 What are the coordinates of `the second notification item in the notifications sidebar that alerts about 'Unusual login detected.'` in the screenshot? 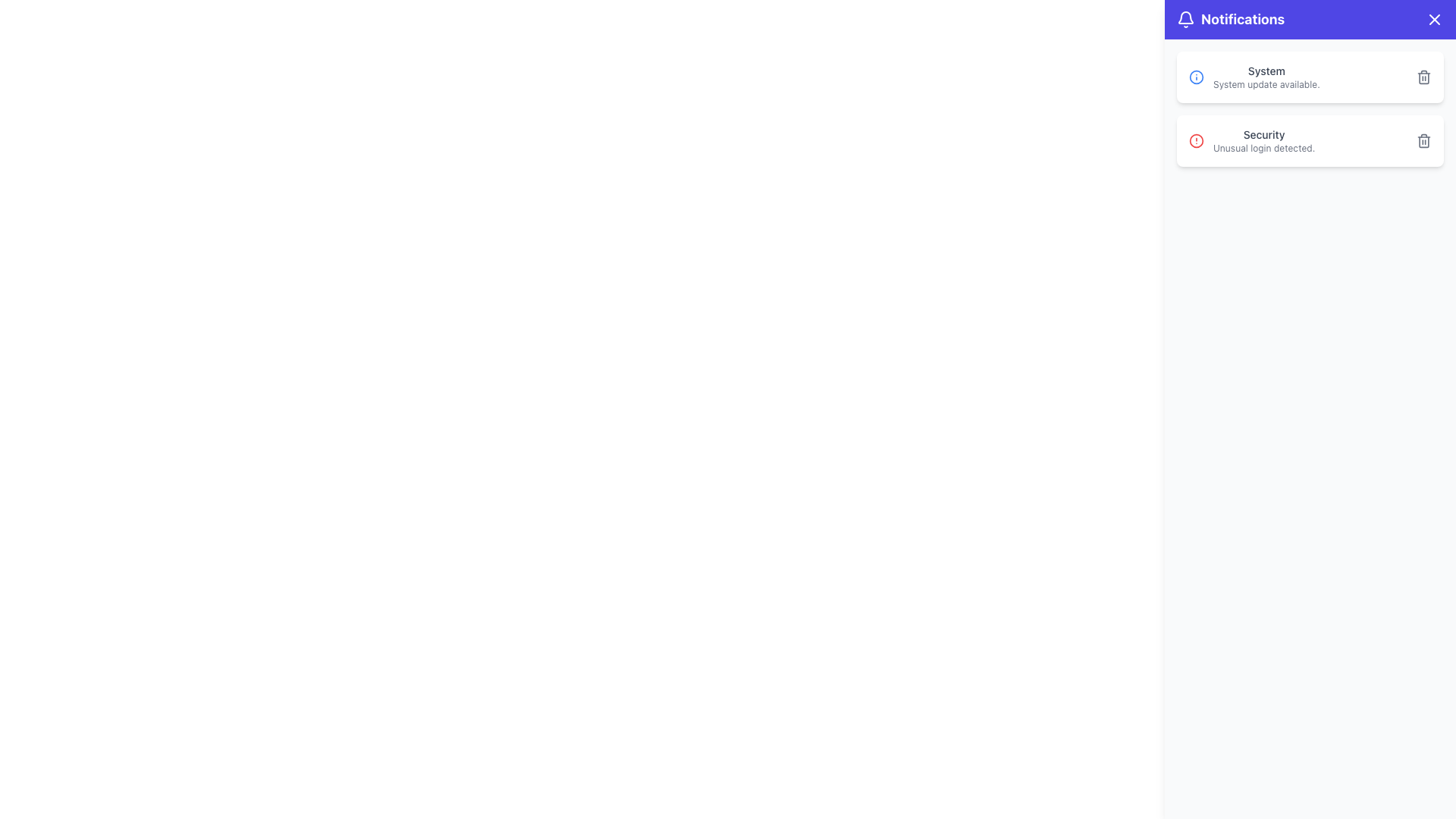 It's located at (1252, 140).